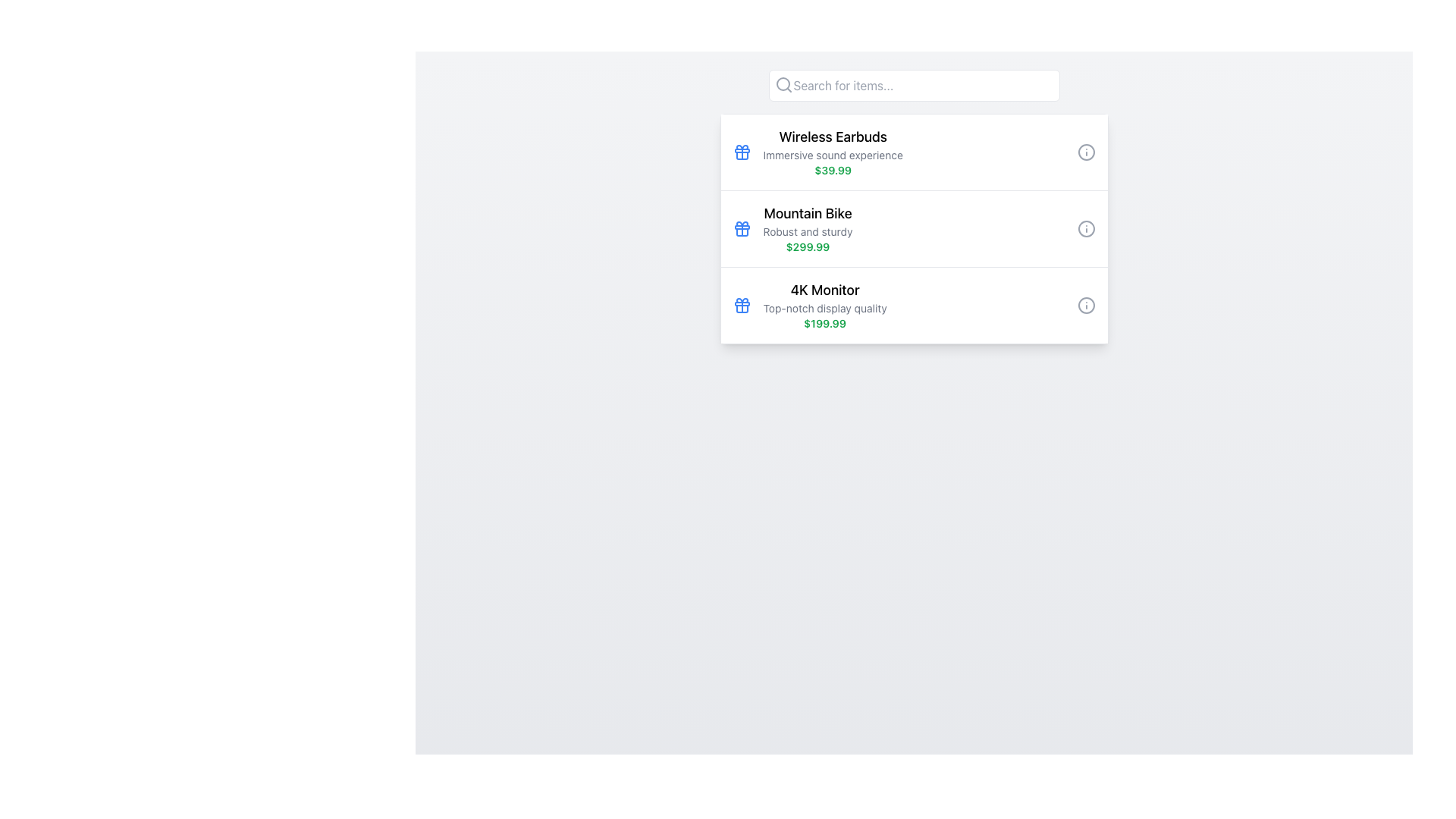  Describe the element at coordinates (807, 213) in the screenshot. I see `the 'Mountain Bike' text label, which is prominently displayed in a bold font within a card structure, located in the second row of a vertically stacked list of items` at that location.